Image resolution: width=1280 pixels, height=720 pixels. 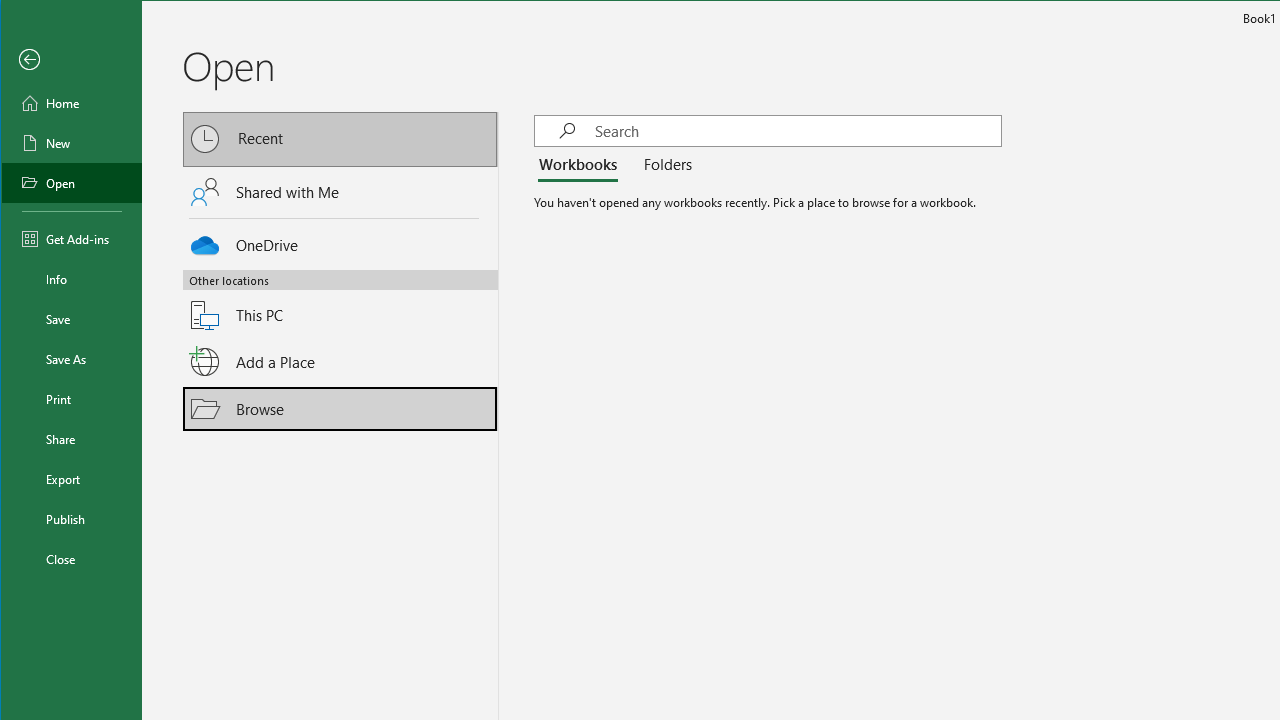 What do you see at coordinates (341, 361) in the screenshot?
I see `'Add a Place'` at bounding box center [341, 361].